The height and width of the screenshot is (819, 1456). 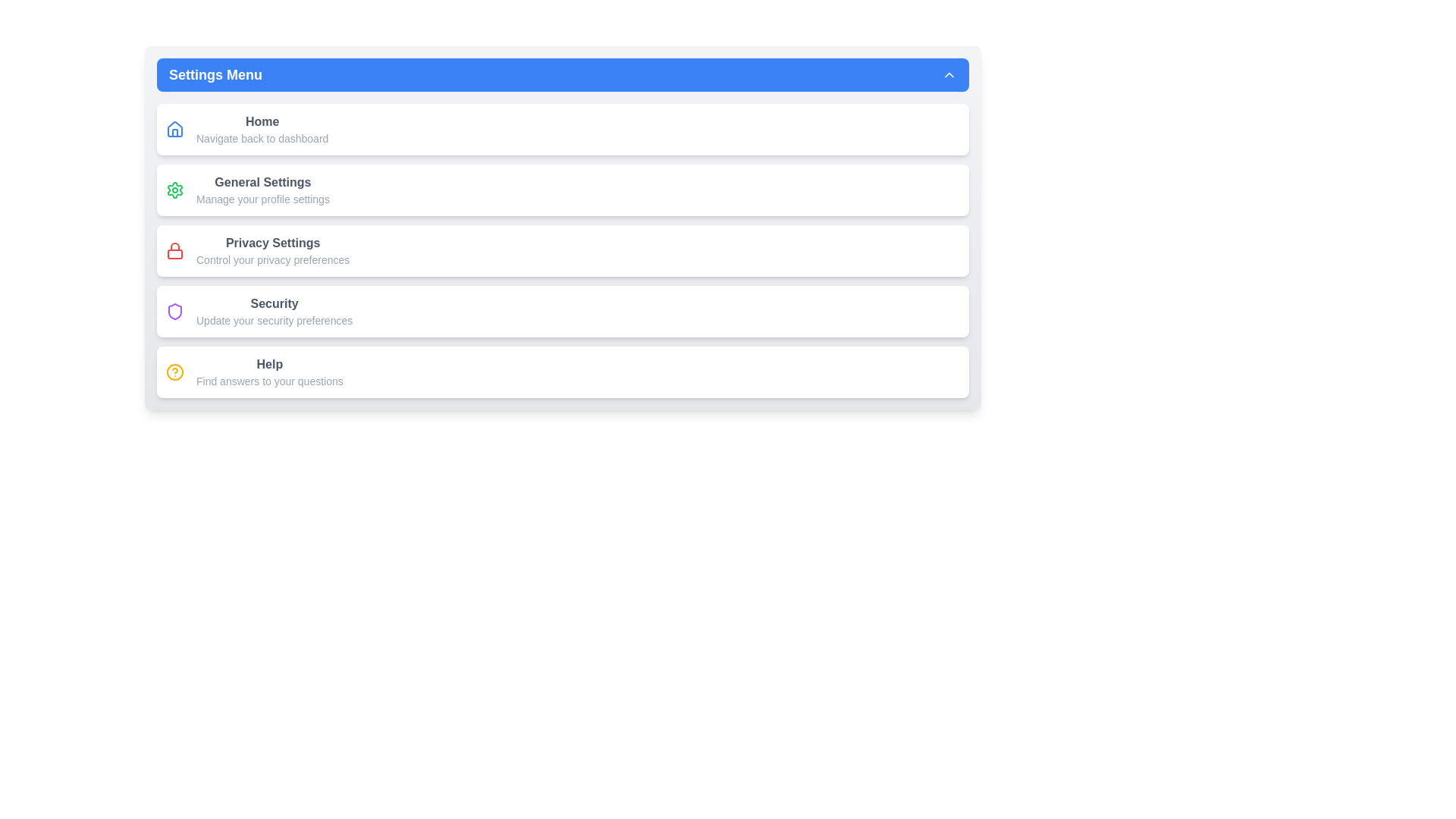 What do you see at coordinates (262, 138) in the screenshot?
I see `the descriptive label for the 'Home' section, which provides additional context or guidance about its functionality` at bounding box center [262, 138].